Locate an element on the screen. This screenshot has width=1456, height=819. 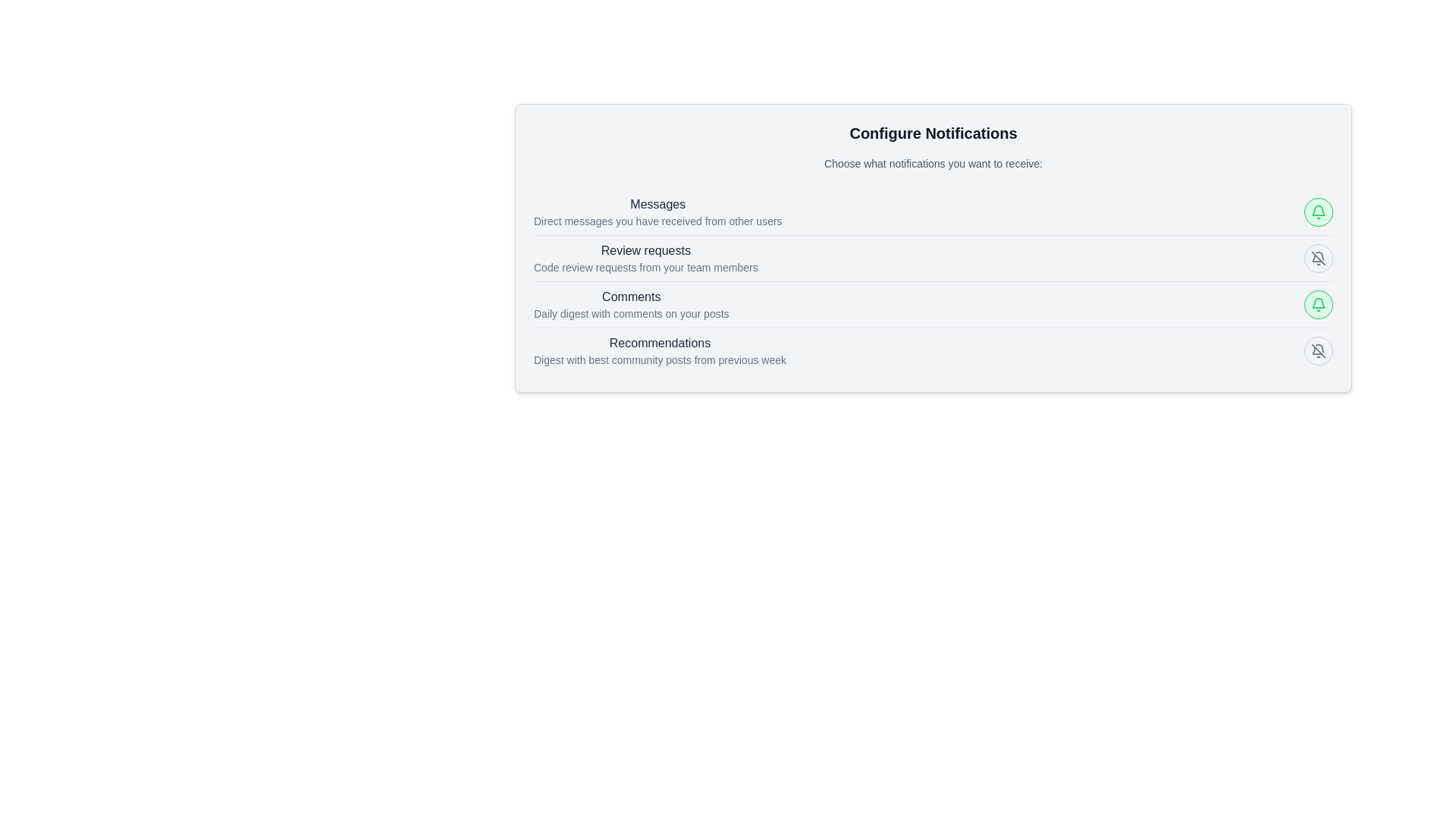
the circular button with a green border and a bell icon located in the 'Messages' section is located at coordinates (1317, 212).